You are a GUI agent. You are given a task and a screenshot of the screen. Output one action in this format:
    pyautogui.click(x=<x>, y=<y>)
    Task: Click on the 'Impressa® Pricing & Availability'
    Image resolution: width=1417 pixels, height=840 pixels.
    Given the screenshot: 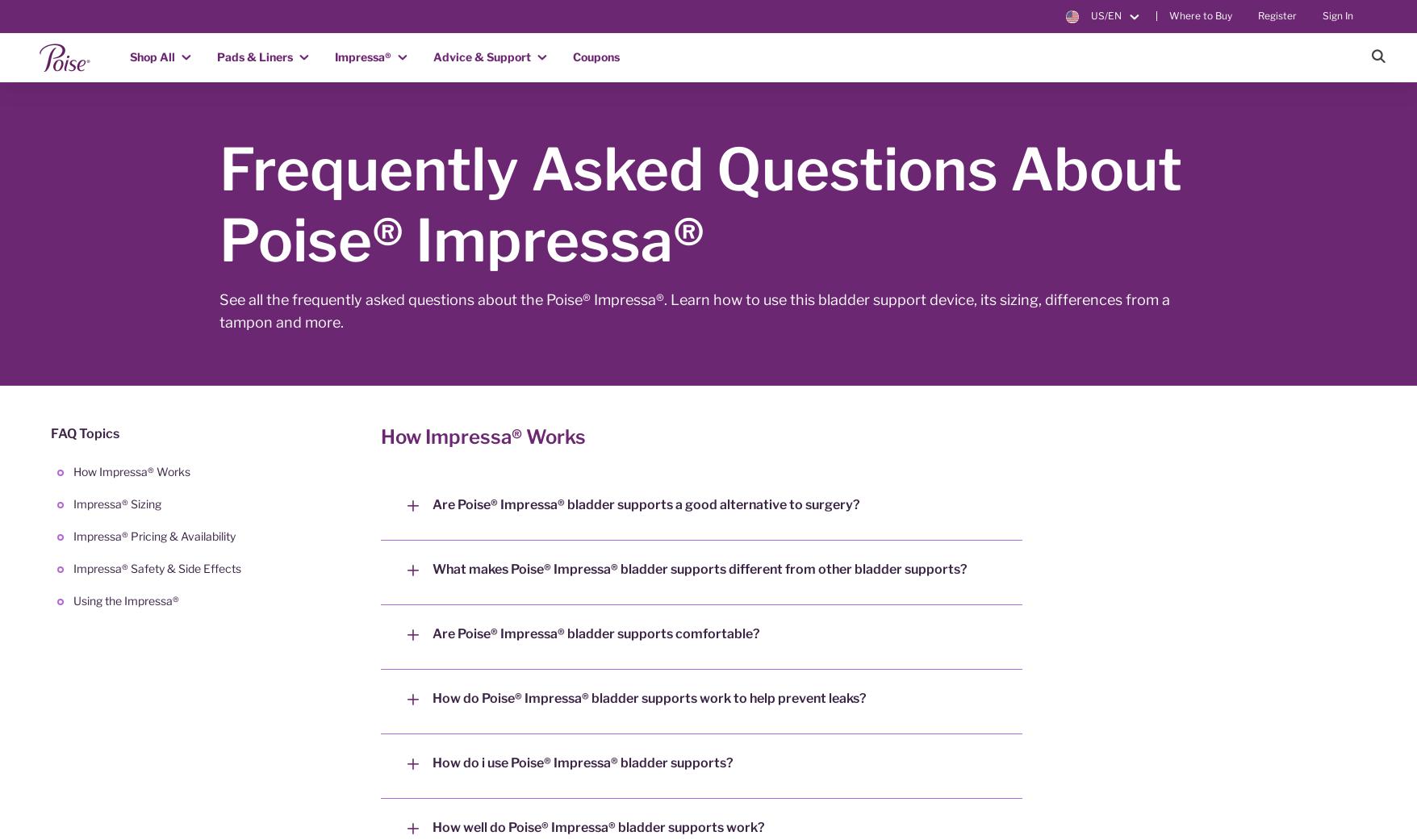 What is the action you would take?
    pyautogui.click(x=153, y=535)
    